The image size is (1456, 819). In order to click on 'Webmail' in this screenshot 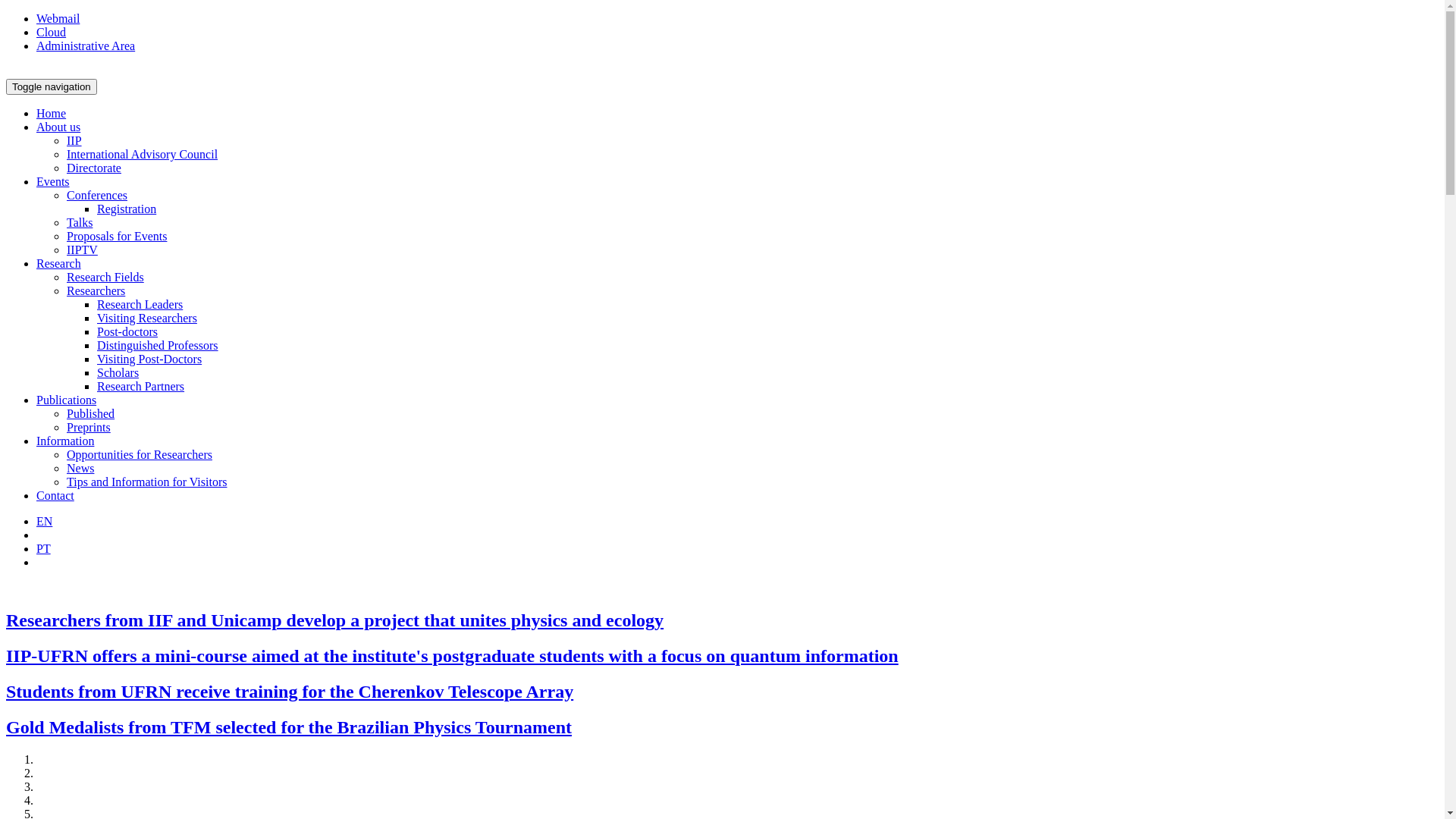, I will do `click(36, 18)`.